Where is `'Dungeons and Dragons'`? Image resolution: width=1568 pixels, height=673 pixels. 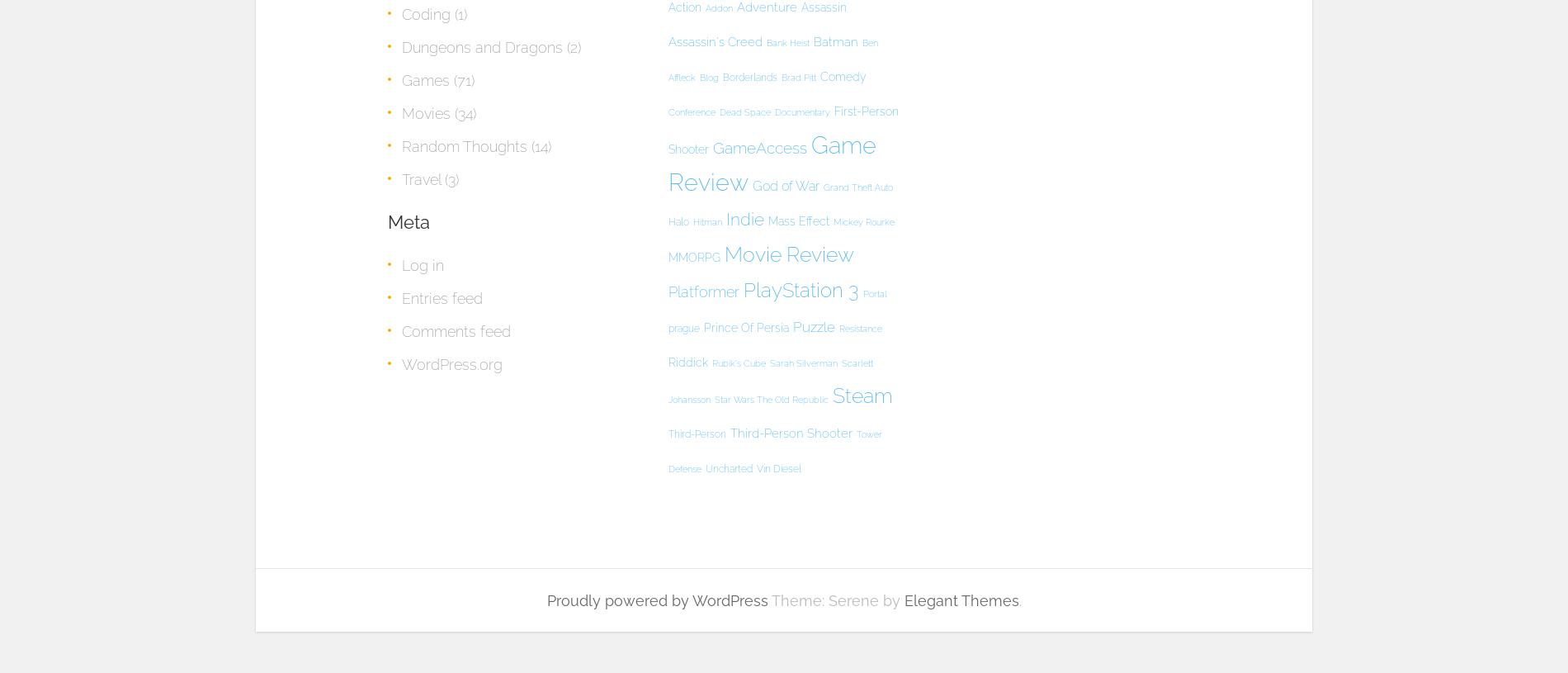 'Dungeons and Dragons' is located at coordinates (401, 46).